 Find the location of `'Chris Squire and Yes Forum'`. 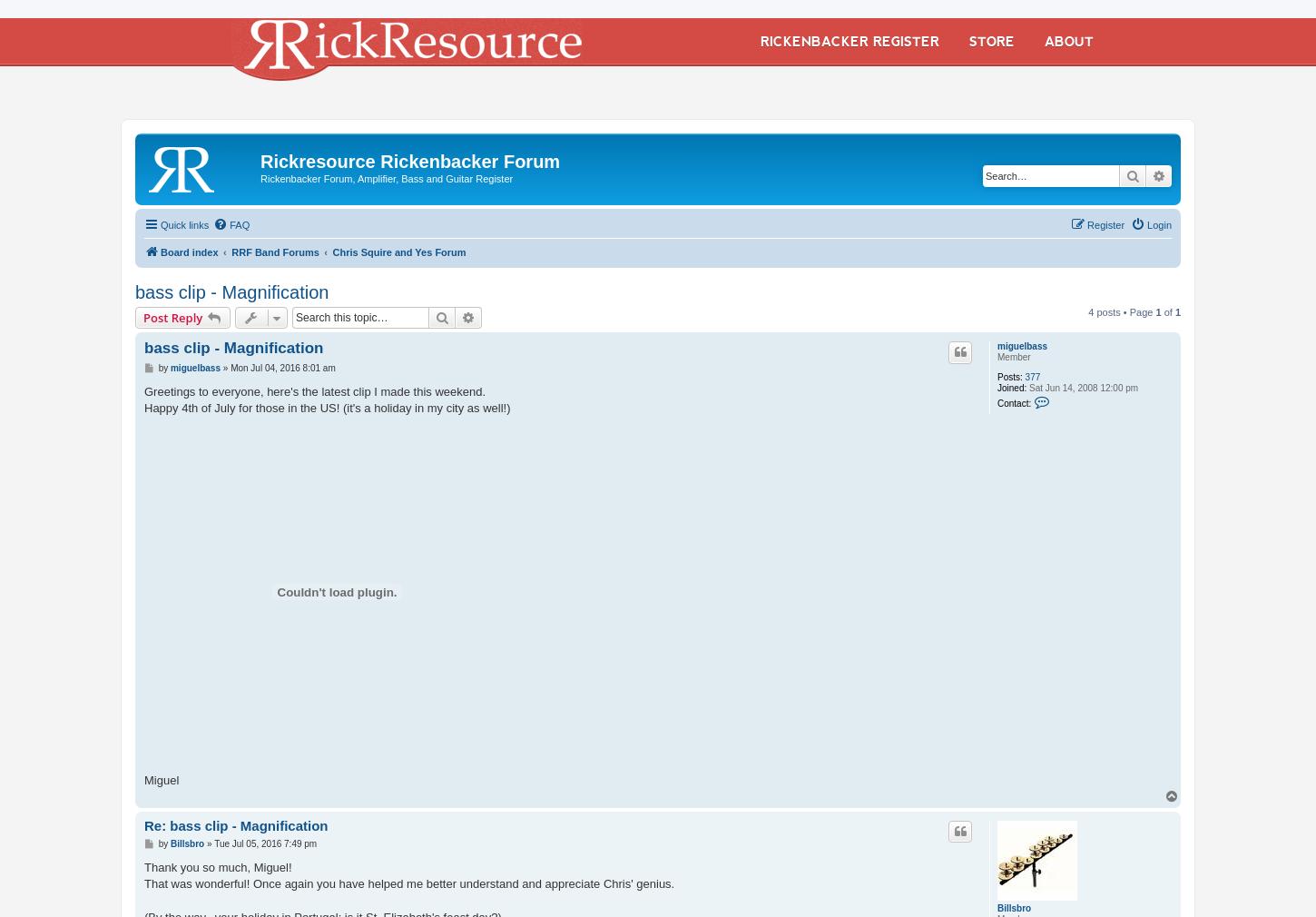

'Chris Squire and Yes Forum' is located at coordinates (398, 251).